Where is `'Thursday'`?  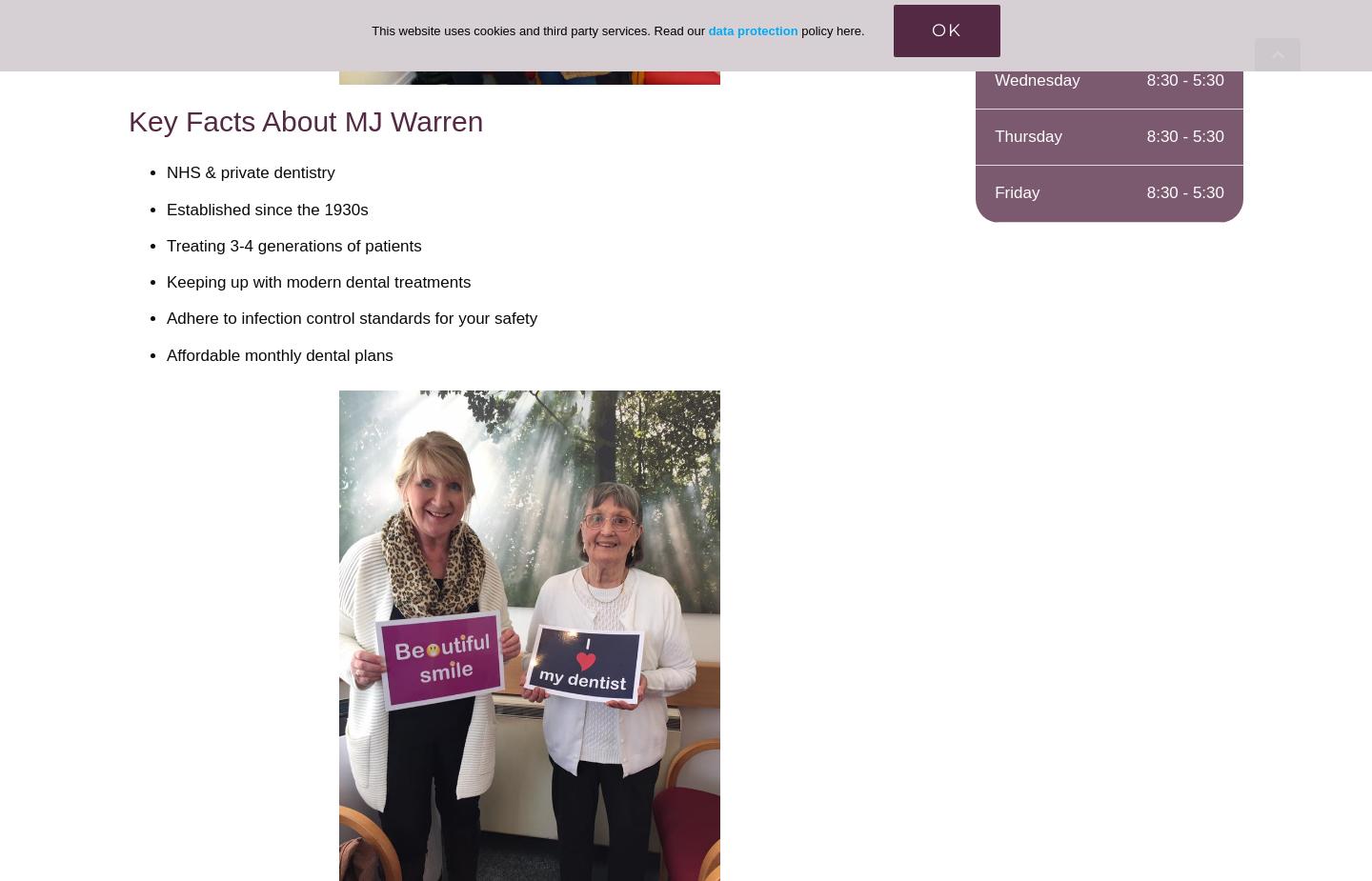 'Thursday' is located at coordinates (995, 135).